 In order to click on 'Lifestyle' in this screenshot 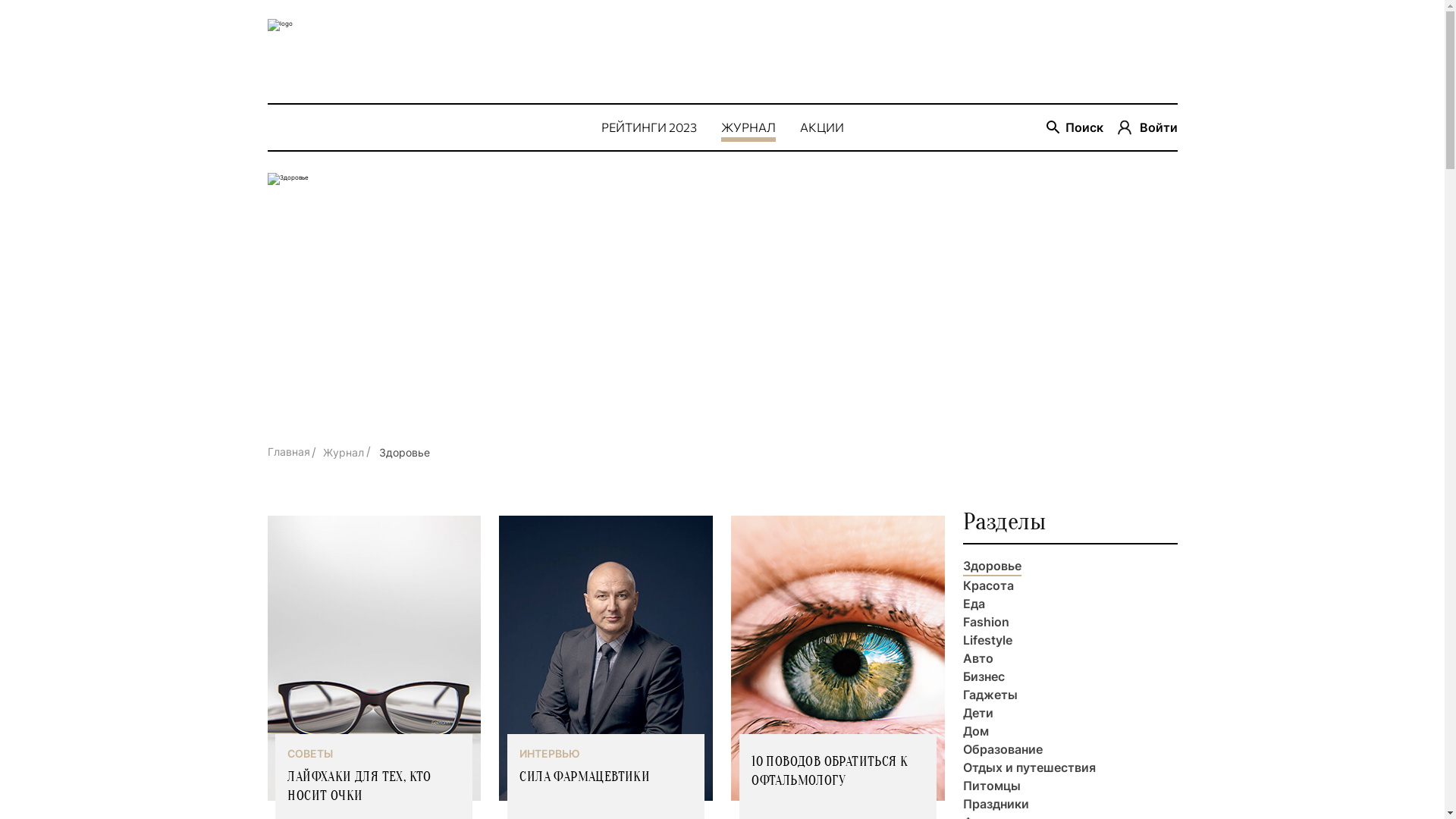, I will do `click(987, 640)`.